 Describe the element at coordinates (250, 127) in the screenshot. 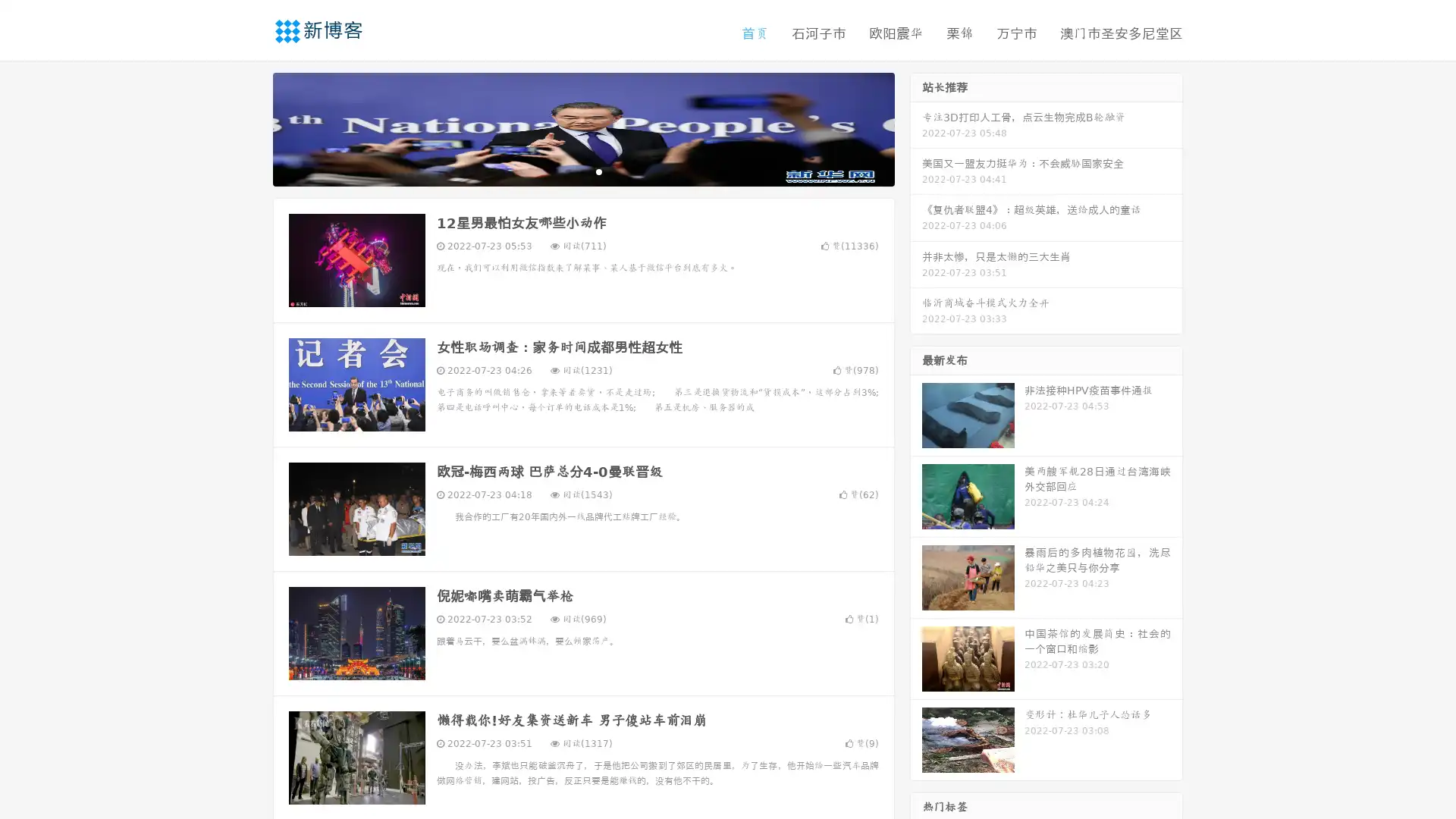

I see `Previous slide` at that location.